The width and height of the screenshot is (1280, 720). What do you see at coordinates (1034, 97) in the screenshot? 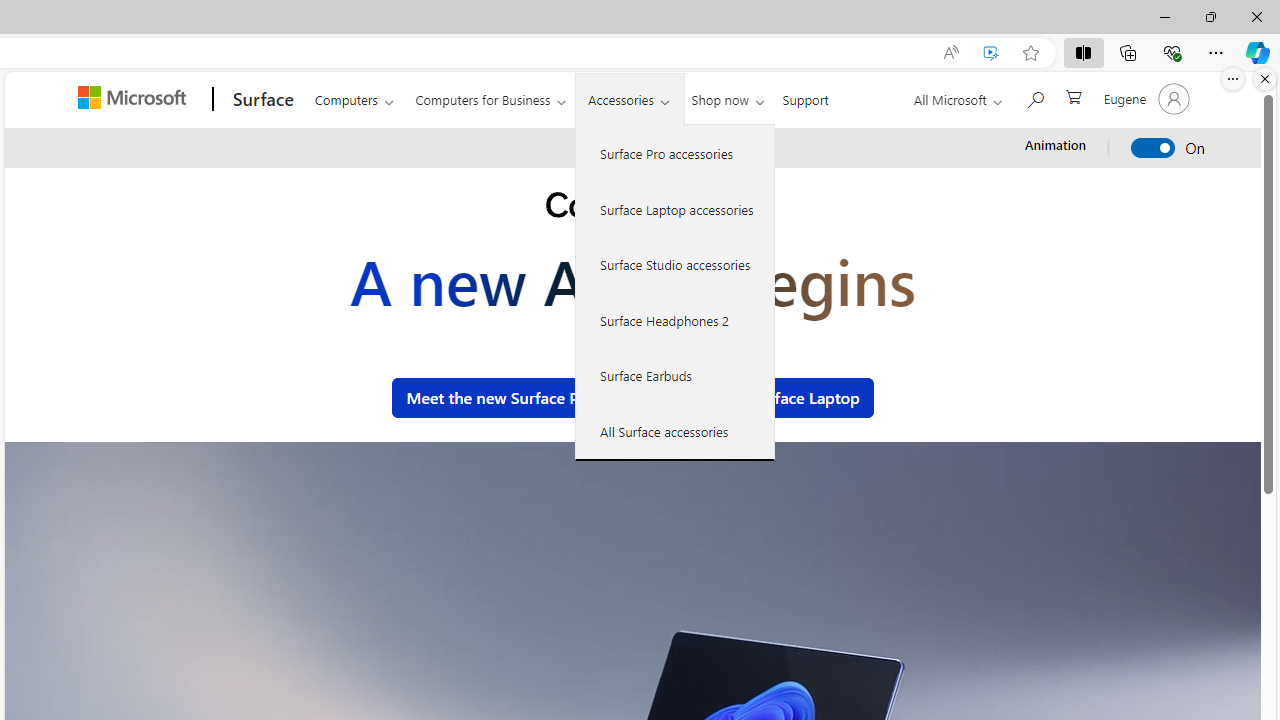
I see `'Search Microsoft.com'` at bounding box center [1034, 97].